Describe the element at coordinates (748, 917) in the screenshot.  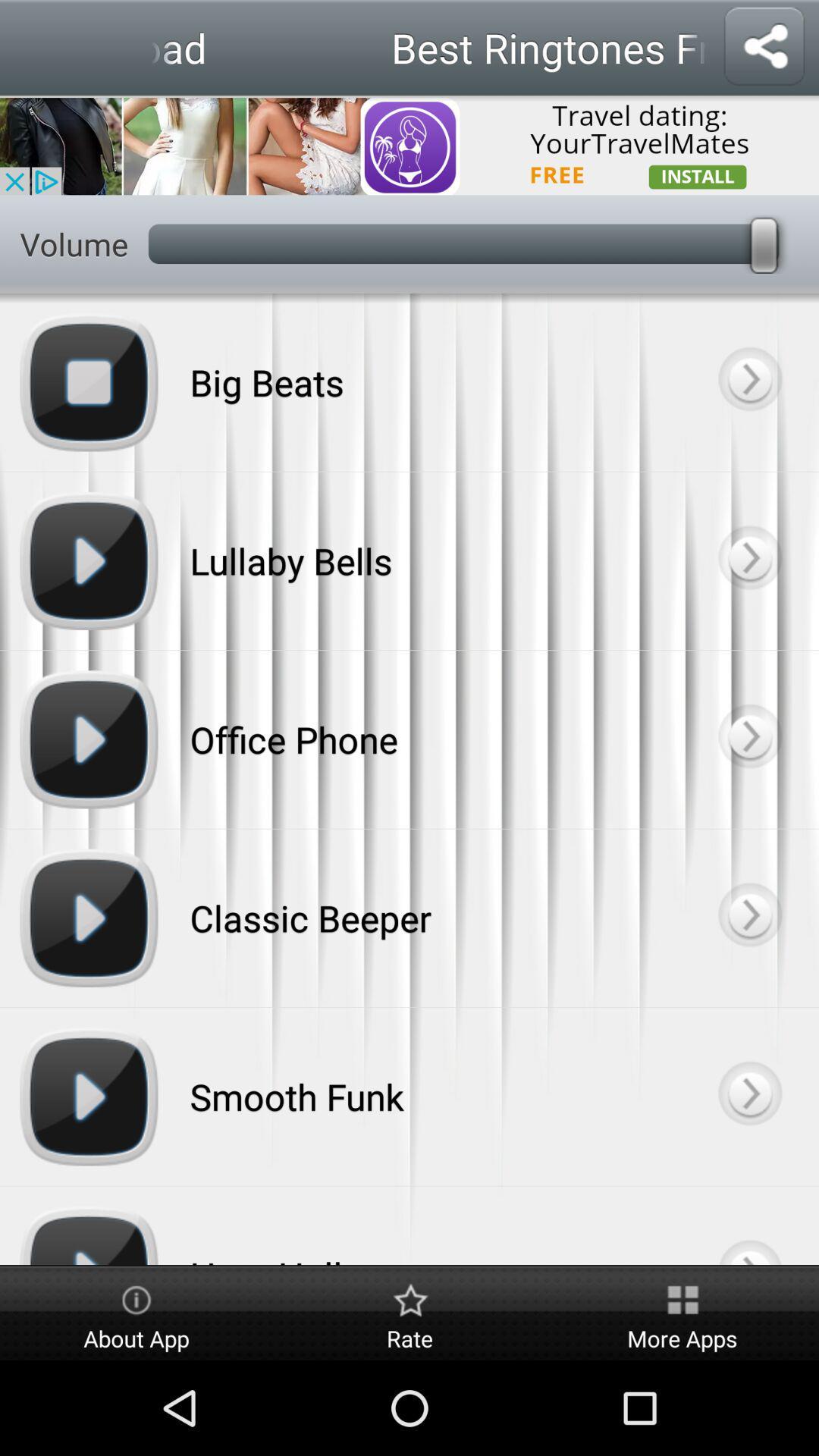
I see `next button` at that location.